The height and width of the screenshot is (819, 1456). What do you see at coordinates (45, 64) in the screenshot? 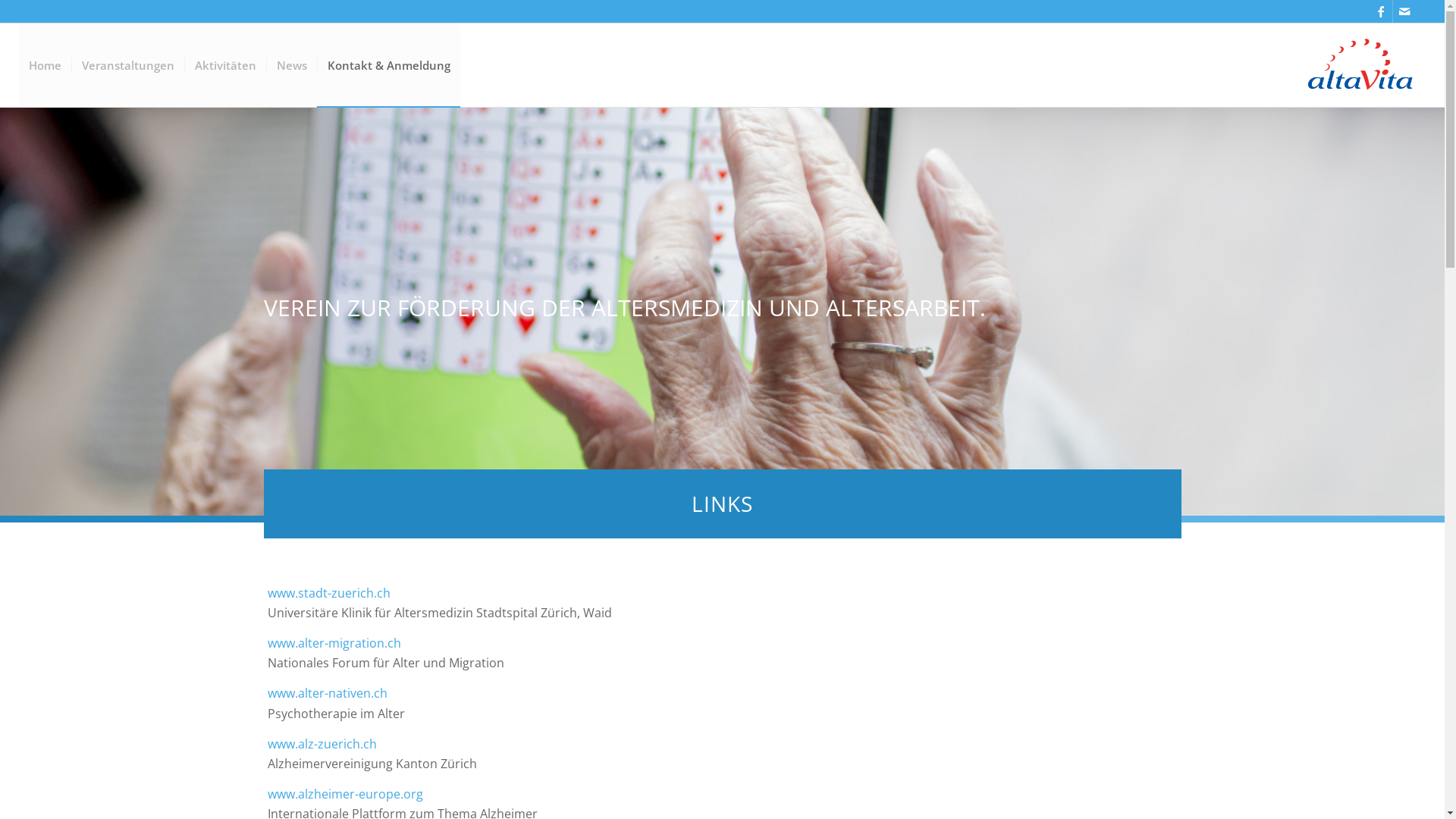
I see `'Home'` at bounding box center [45, 64].